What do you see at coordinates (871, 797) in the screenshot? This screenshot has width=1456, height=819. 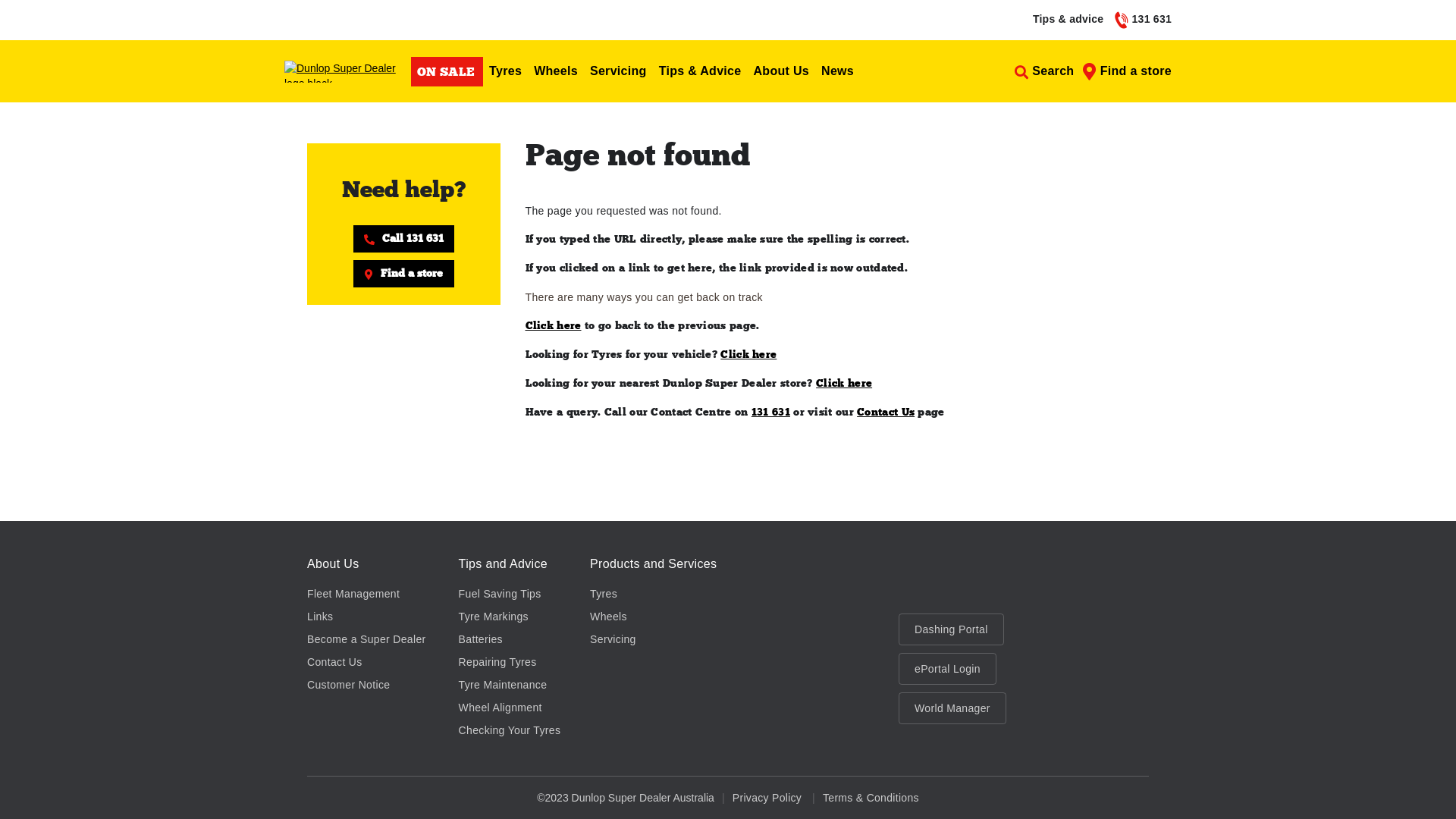 I see `'Terms & Conditions'` at bounding box center [871, 797].